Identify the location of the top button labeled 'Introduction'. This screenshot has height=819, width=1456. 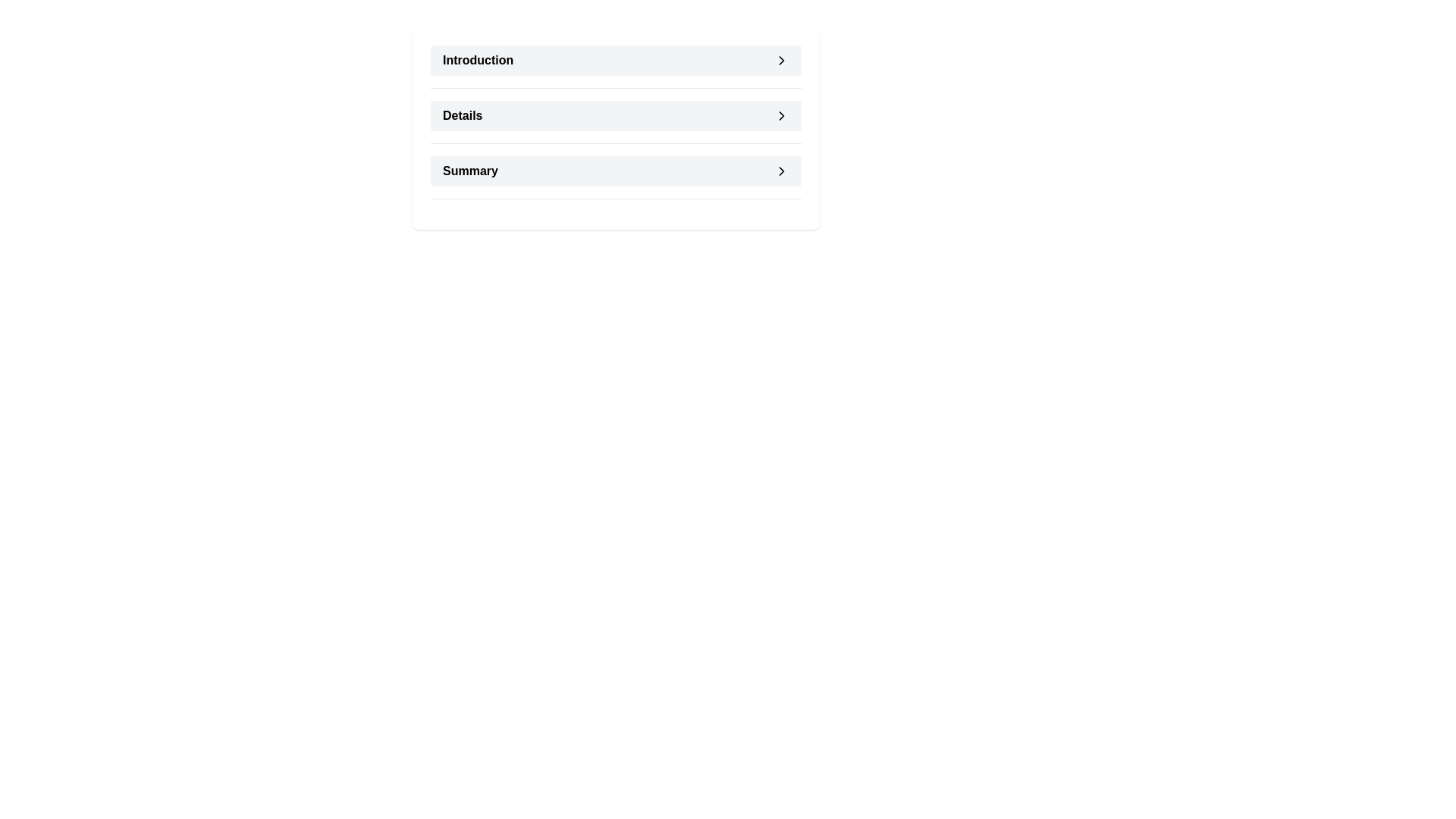
(616, 60).